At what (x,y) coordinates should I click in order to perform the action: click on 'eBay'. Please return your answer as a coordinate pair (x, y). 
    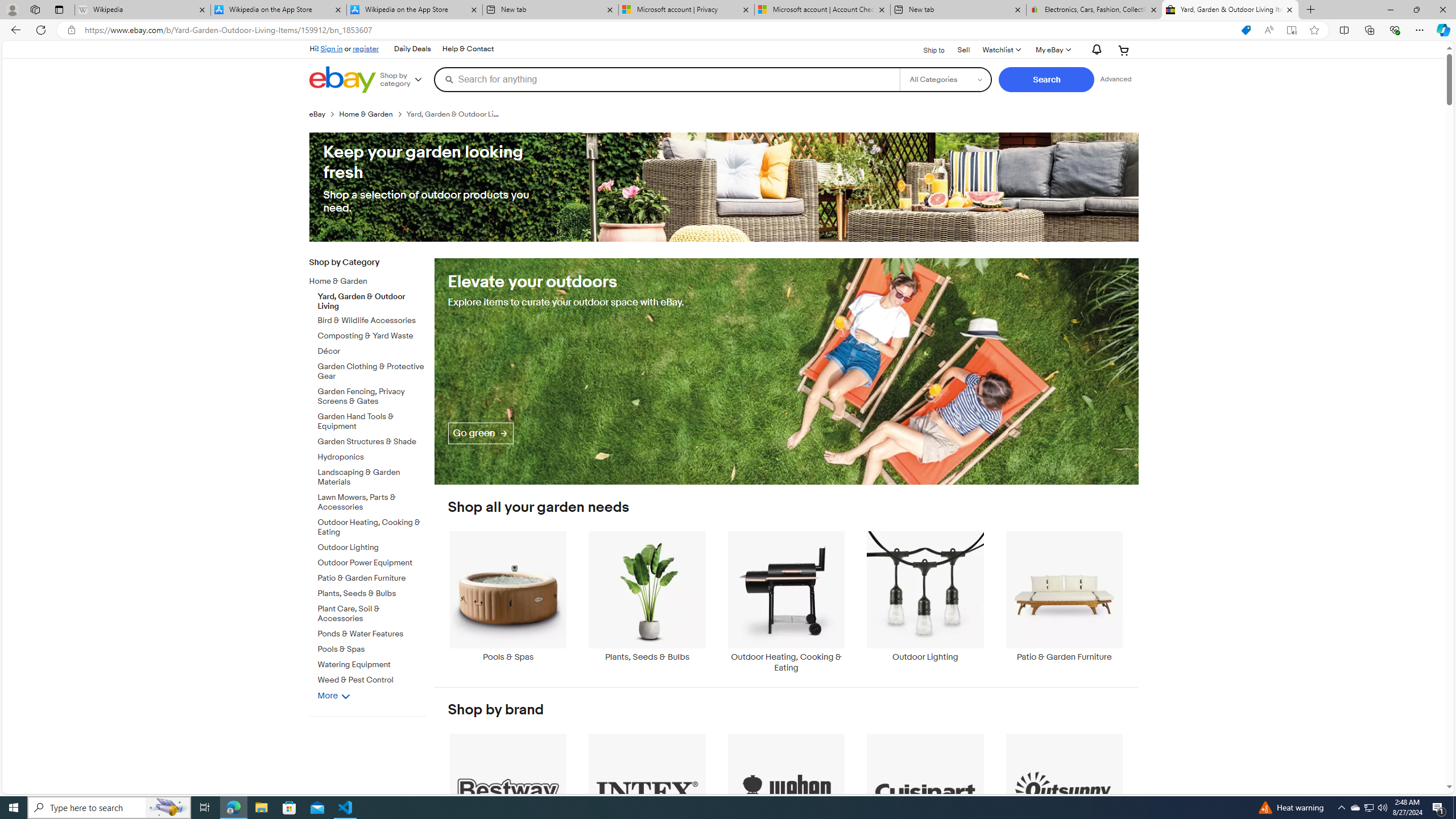
    Looking at the image, I should click on (317, 113).